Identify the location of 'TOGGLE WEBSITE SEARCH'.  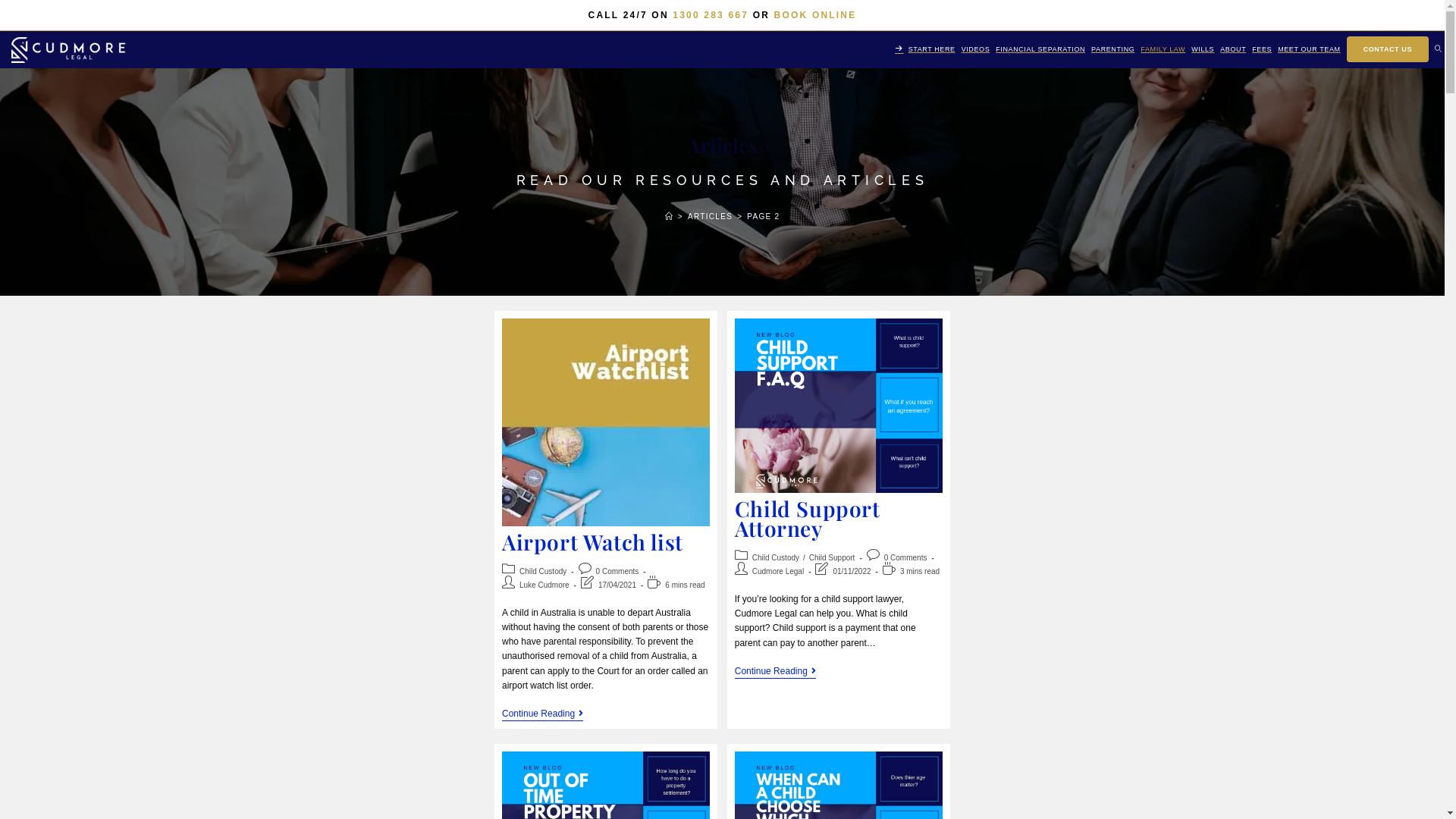
(1437, 49).